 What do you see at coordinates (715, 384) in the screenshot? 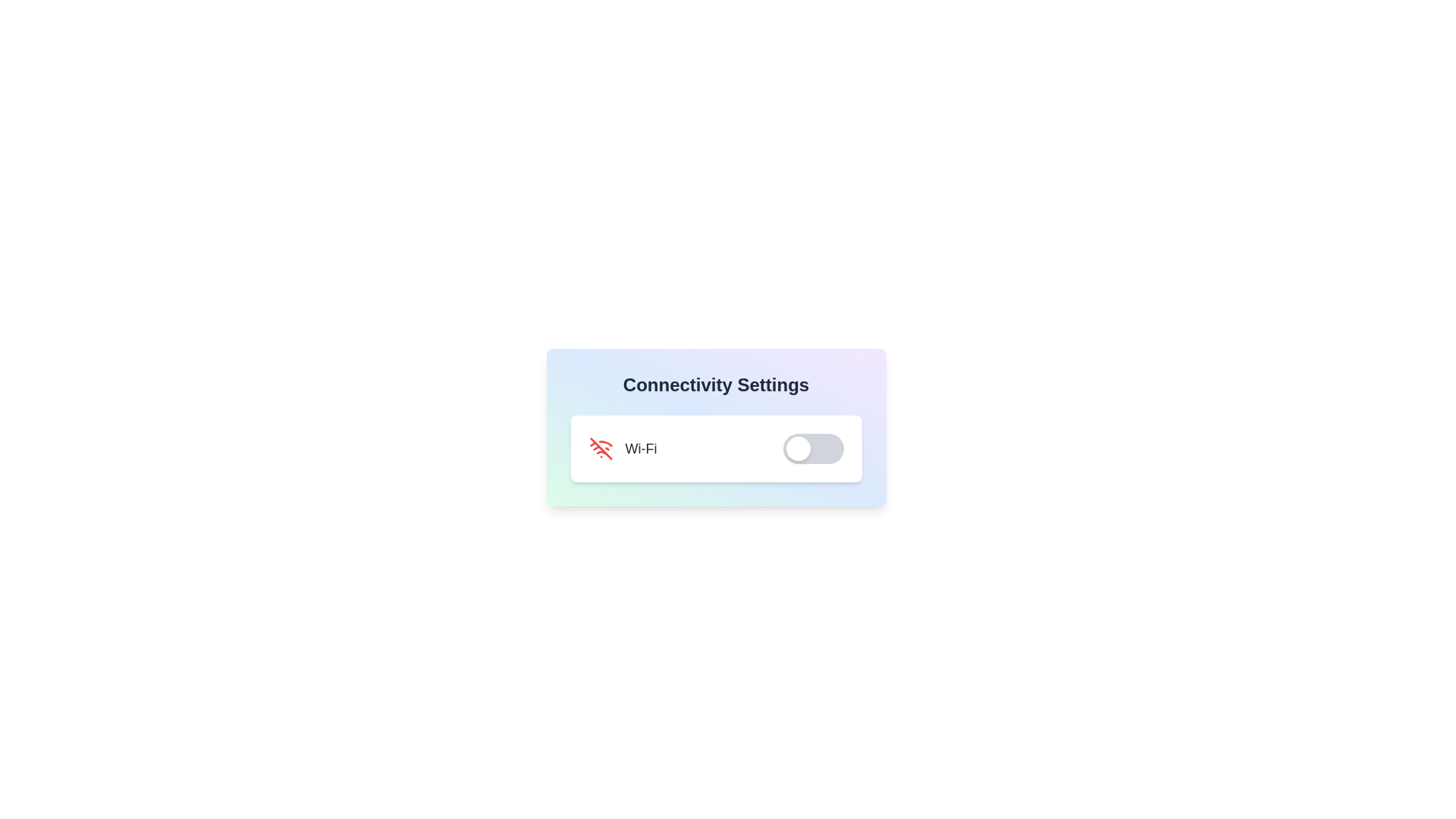
I see `the static text label that serves as the header for the connectivity settings section, positioned at the top of its colored, rounded rectangle card` at bounding box center [715, 384].